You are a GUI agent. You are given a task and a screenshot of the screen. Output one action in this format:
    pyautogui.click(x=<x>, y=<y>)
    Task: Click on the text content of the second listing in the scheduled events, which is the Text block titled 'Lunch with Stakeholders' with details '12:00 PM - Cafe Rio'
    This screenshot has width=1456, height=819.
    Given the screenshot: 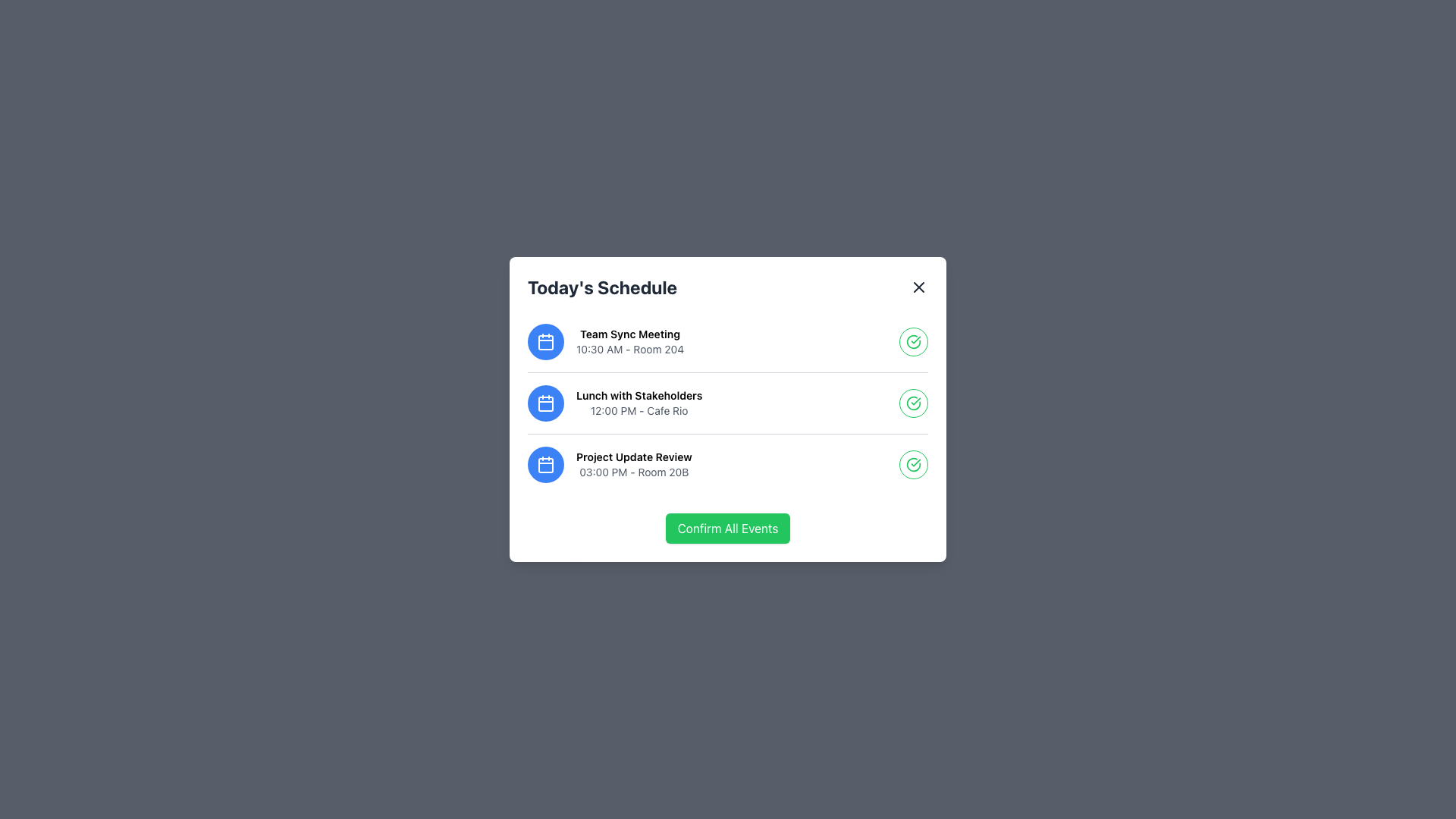 What is the action you would take?
    pyautogui.click(x=639, y=403)
    